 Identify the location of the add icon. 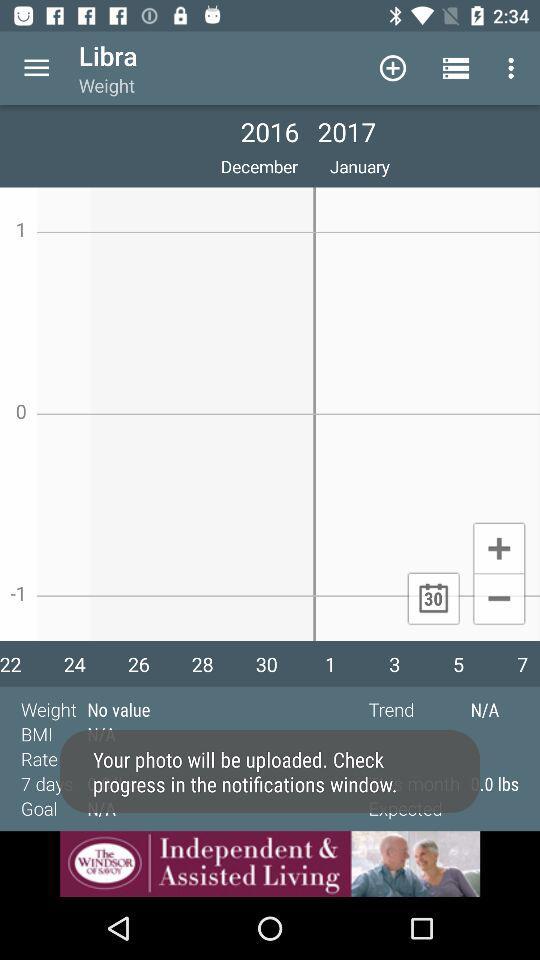
(498, 547).